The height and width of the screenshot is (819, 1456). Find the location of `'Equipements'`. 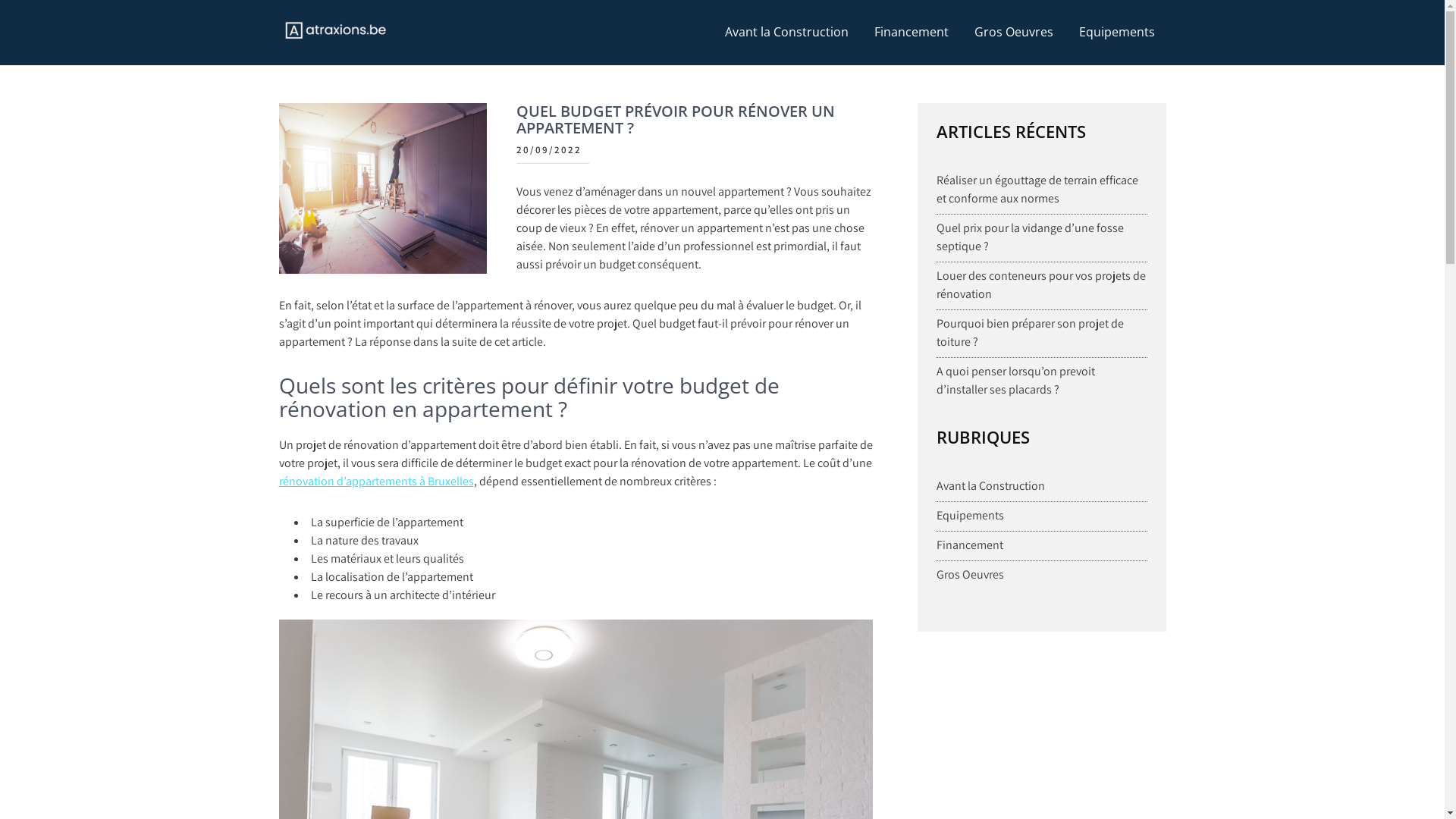

'Equipements' is located at coordinates (969, 514).